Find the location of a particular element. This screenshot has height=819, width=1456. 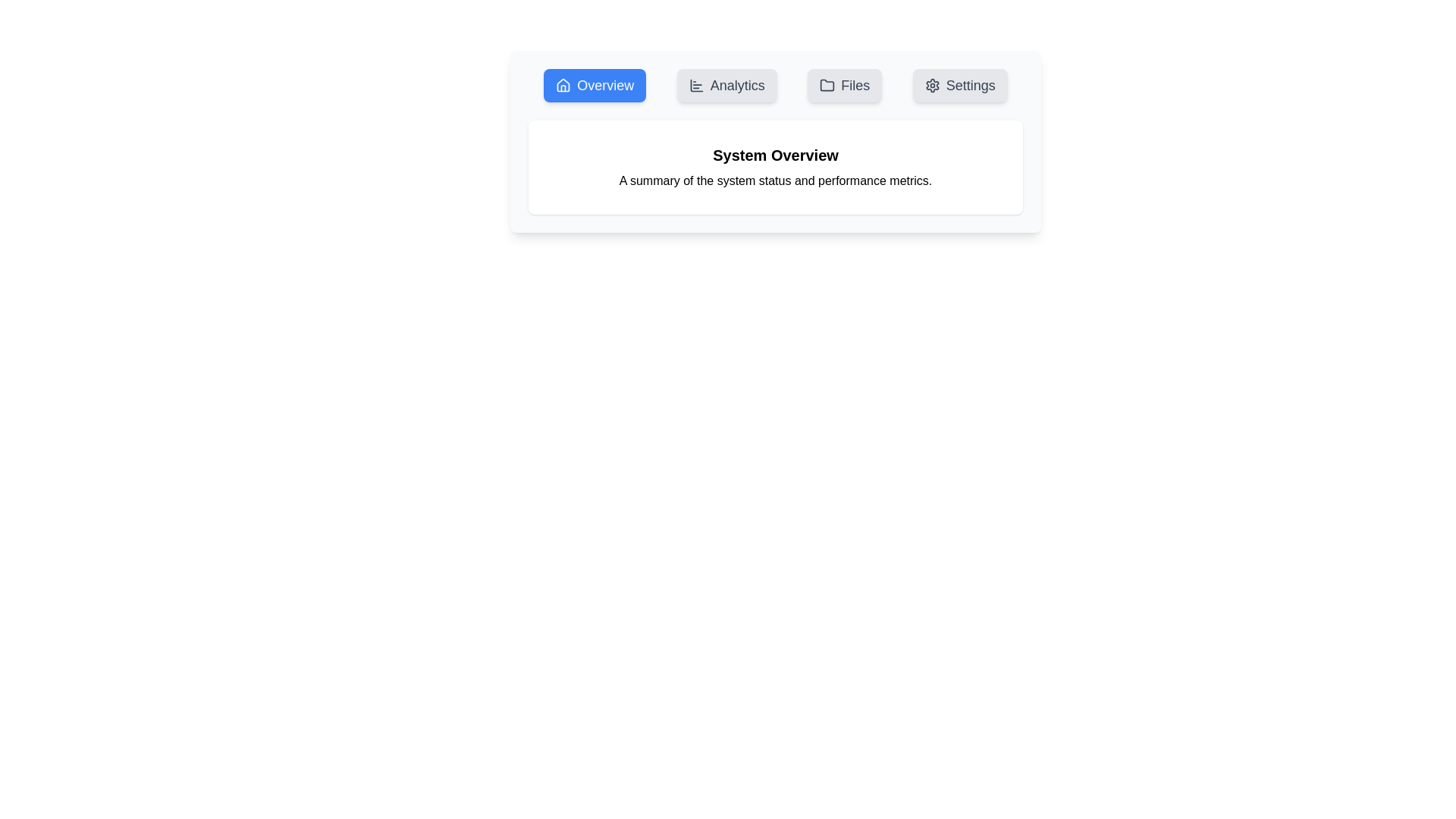

the text label in the top navigation bar that serves as the label for file-related functions, located between the 'Analytics' and 'Settings' buttons is located at coordinates (855, 85).